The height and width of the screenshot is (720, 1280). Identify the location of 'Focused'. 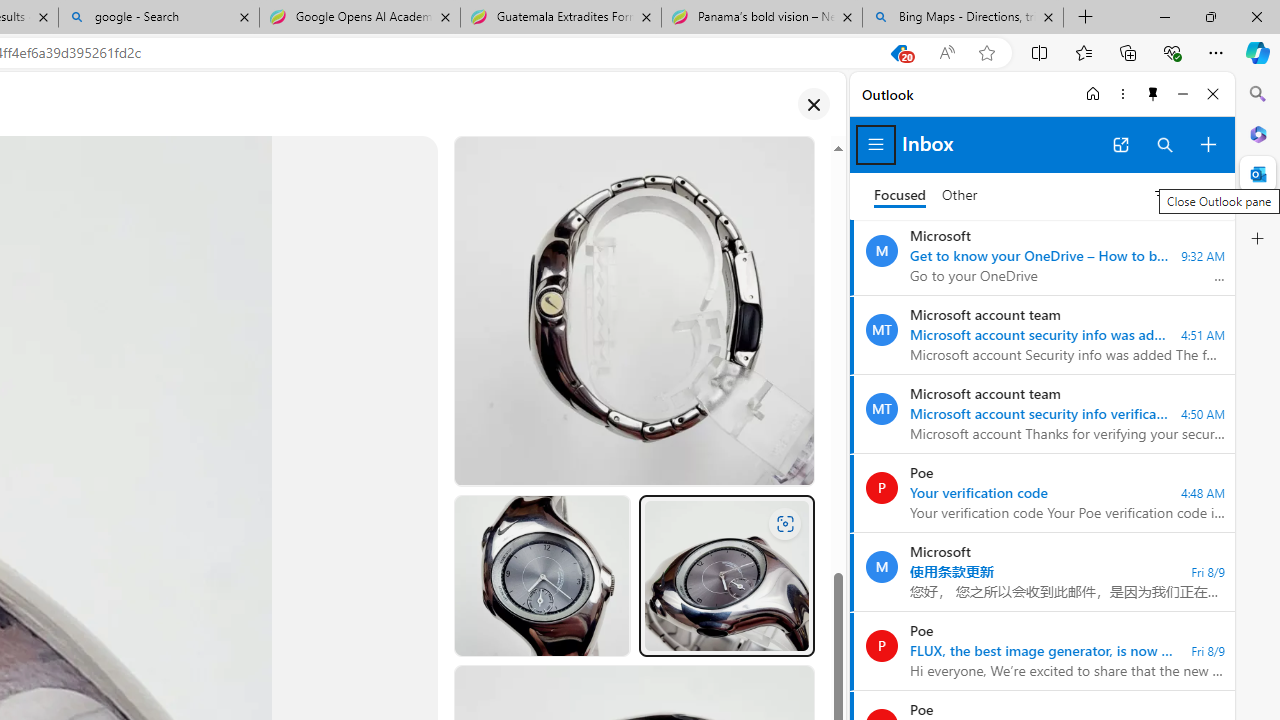
(899, 195).